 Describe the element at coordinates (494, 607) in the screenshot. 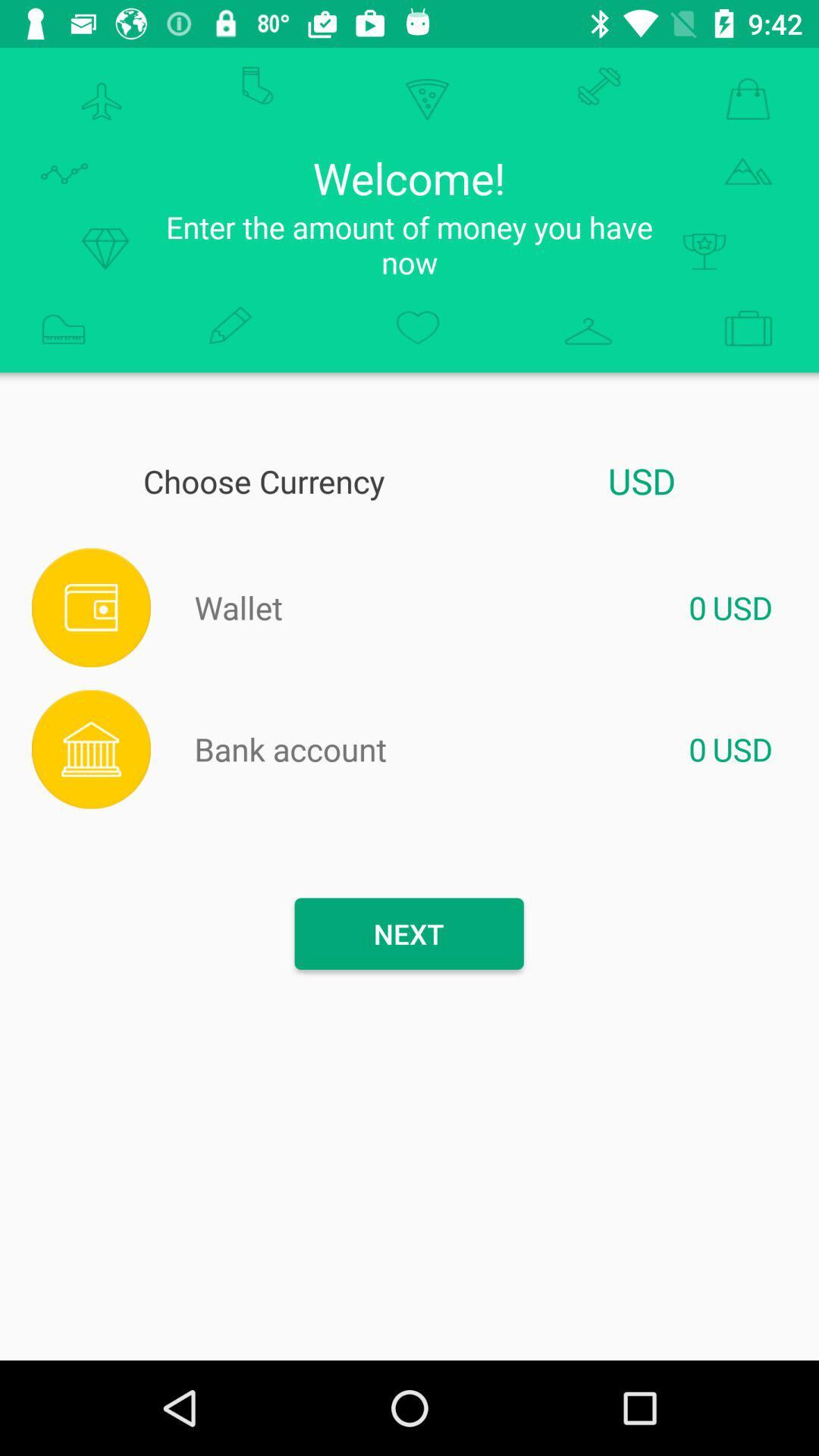

I see `amount` at that location.